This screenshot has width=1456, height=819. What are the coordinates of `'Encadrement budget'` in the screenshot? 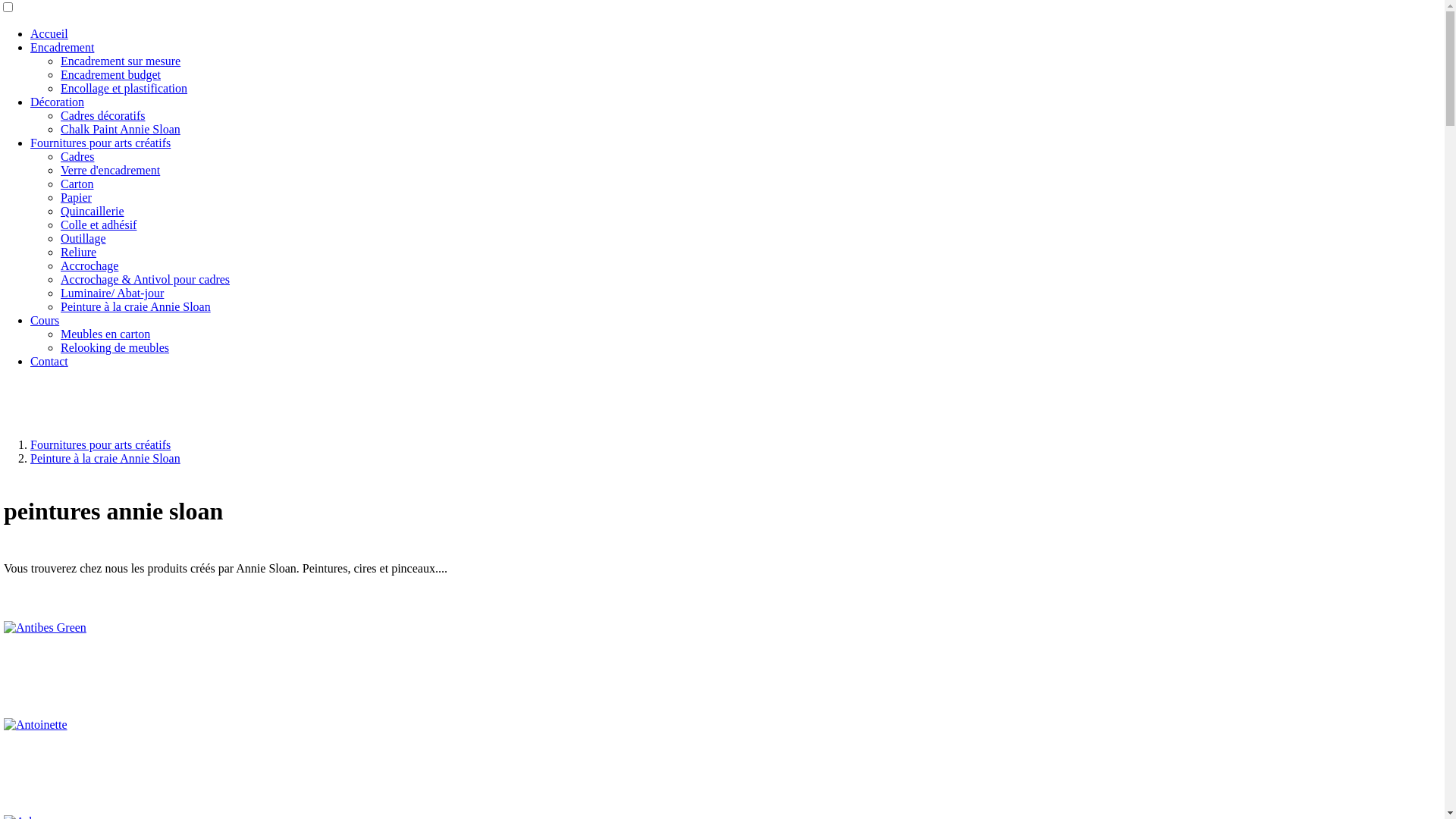 It's located at (109, 74).